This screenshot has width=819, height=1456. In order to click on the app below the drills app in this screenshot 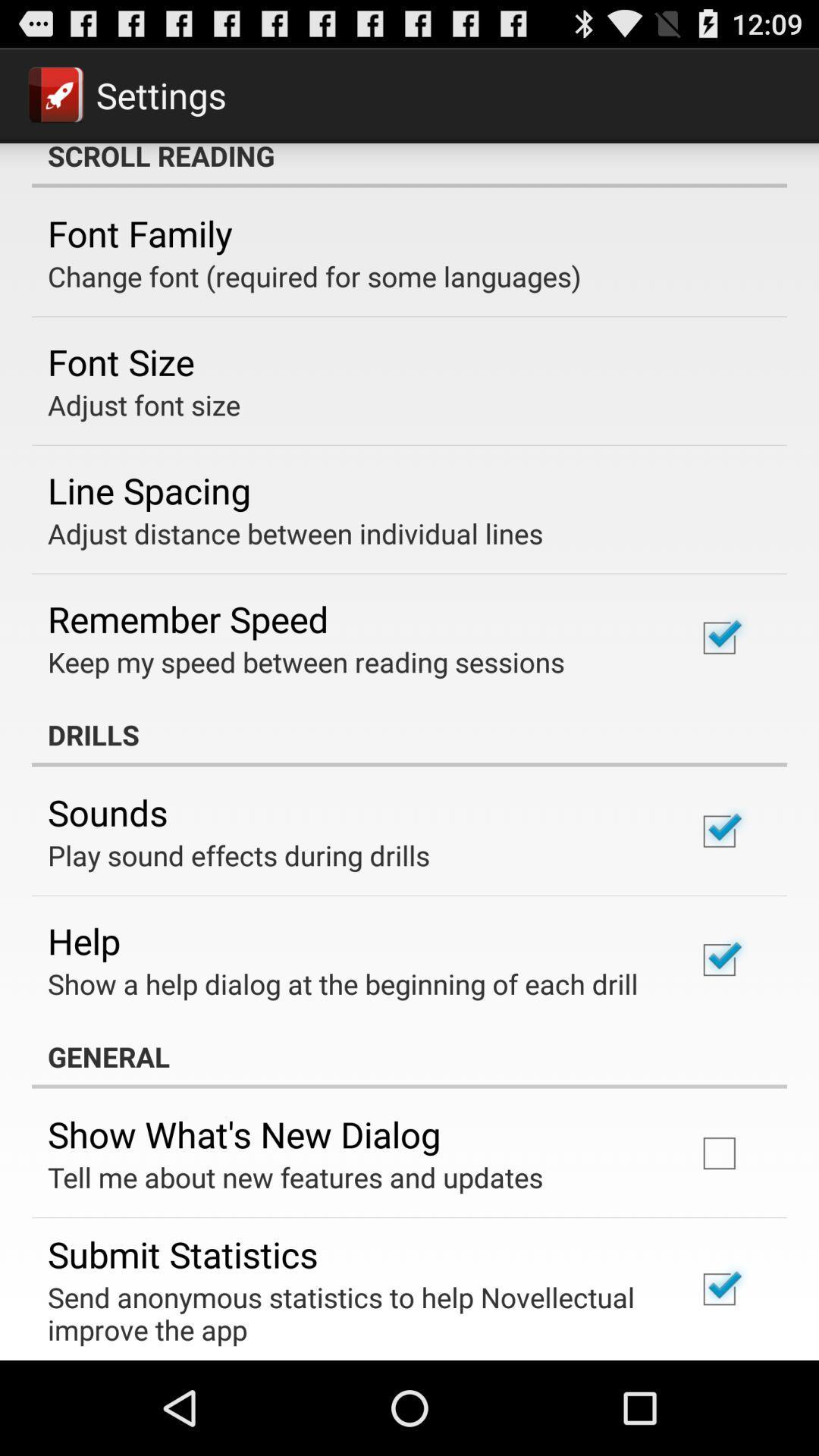, I will do `click(107, 811)`.